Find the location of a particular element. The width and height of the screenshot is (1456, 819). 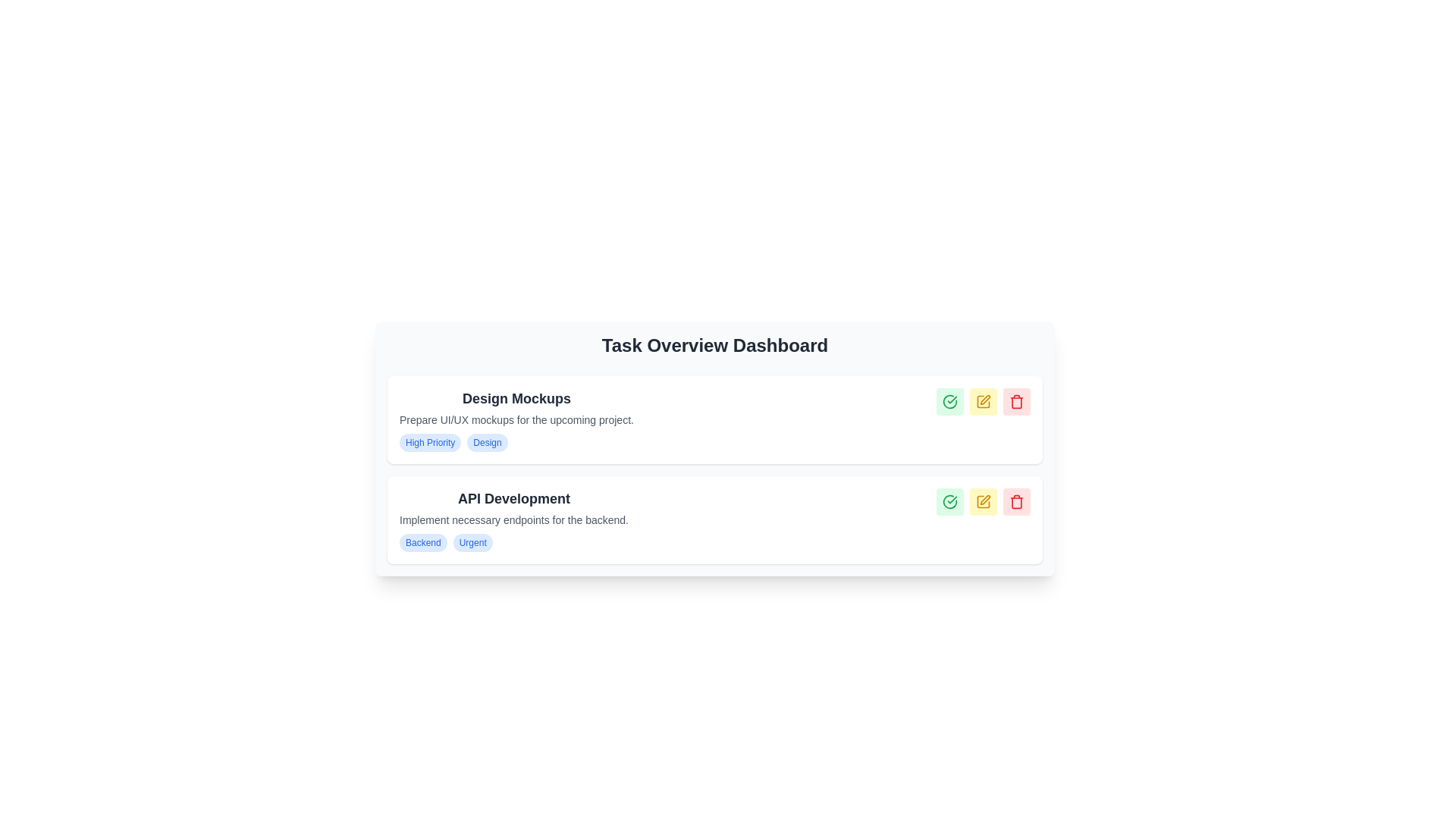

text element that provides details about the task associated with 'API Development', positioned directly below the title and above tags like 'Backend' and 'Urgent' is located at coordinates (513, 519).